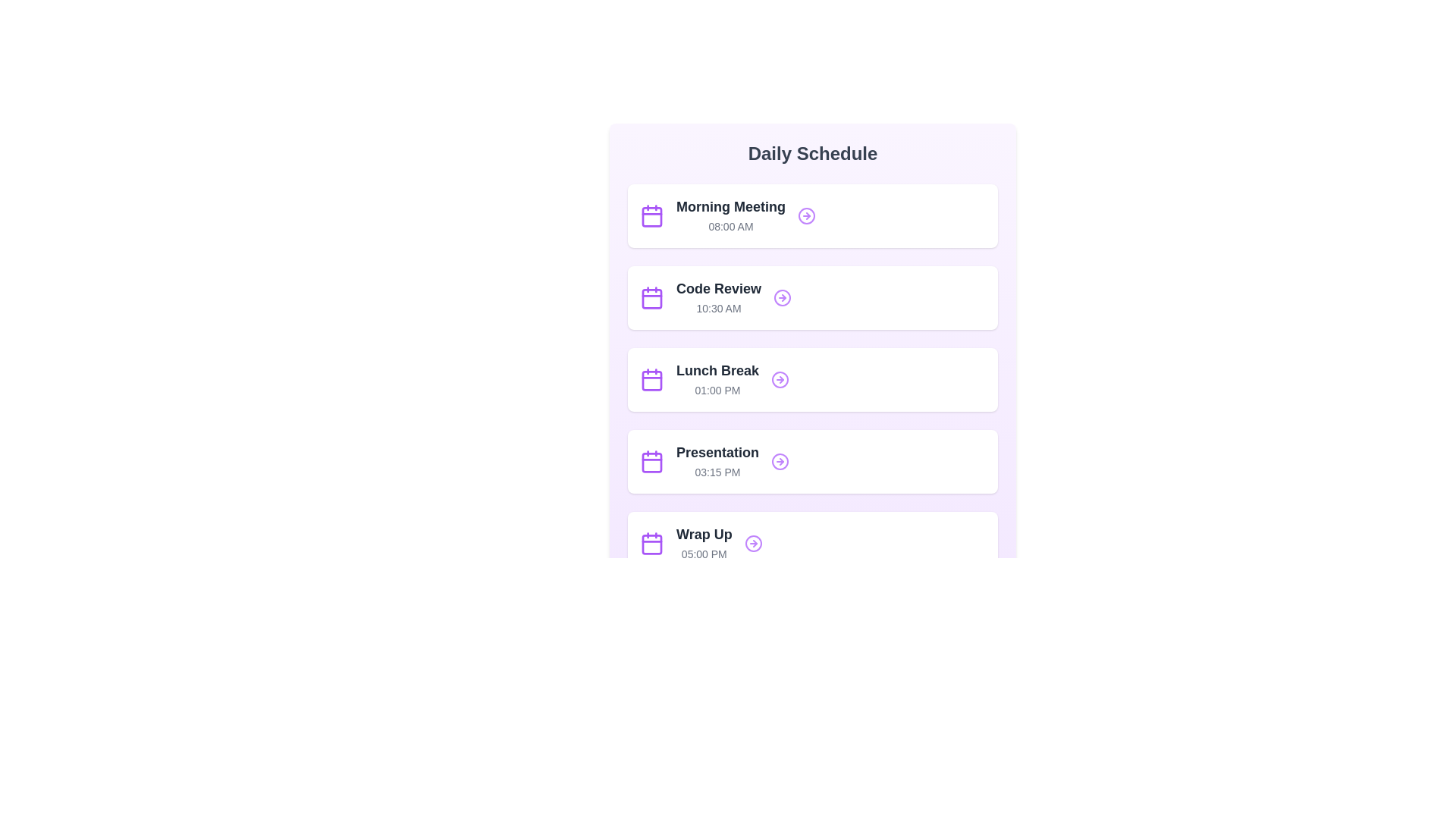 Image resolution: width=1456 pixels, height=819 pixels. What do you see at coordinates (703, 554) in the screenshot?
I see `the text label displaying '05:00 PM', which is styled in gray and positioned beneath the bold 'Wrap Up' text within the purple-bordered box` at bounding box center [703, 554].